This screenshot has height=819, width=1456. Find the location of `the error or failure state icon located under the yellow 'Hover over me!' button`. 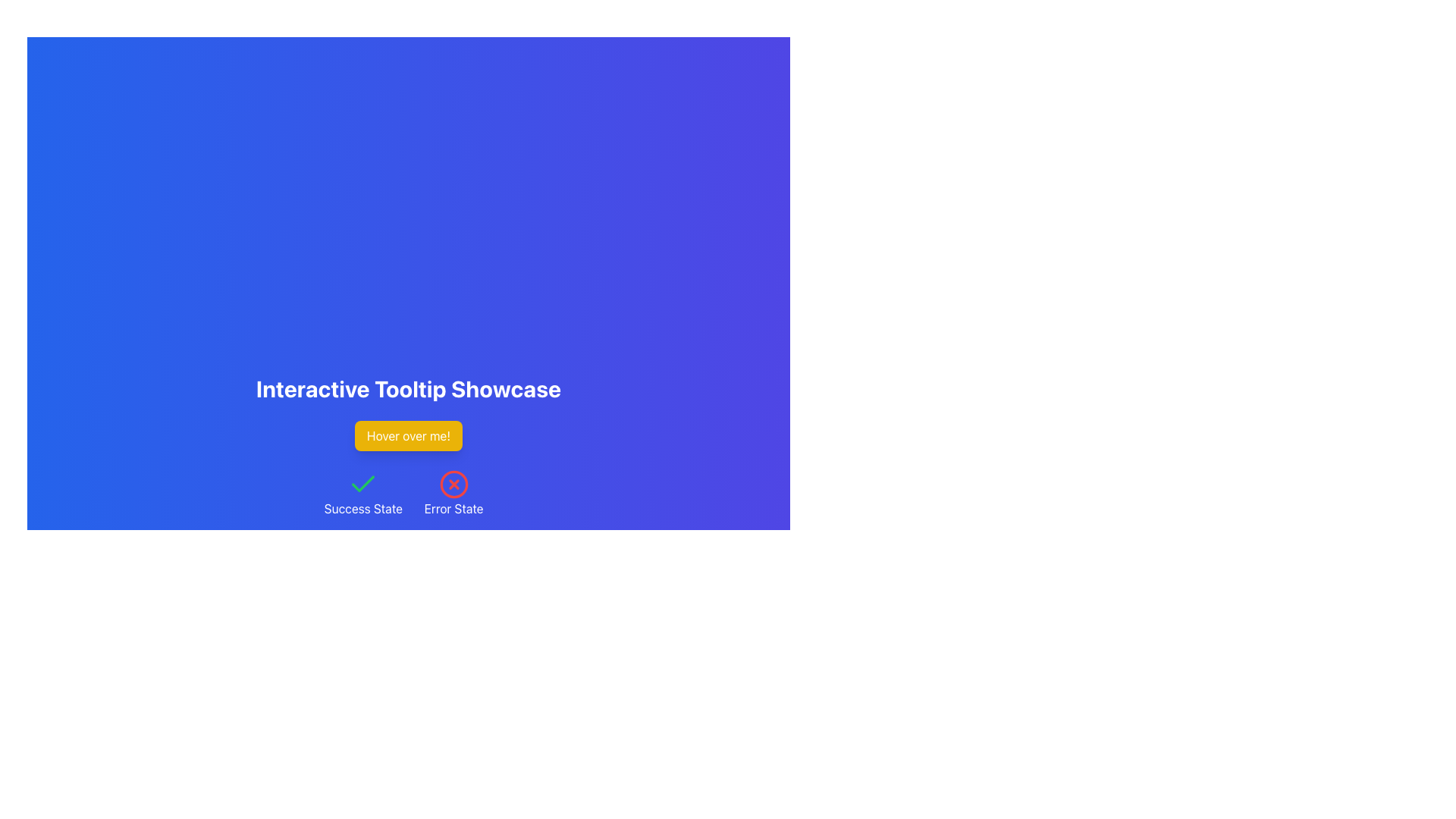

the error or failure state icon located under the yellow 'Hover over me!' button is located at coordinates (453, 485).